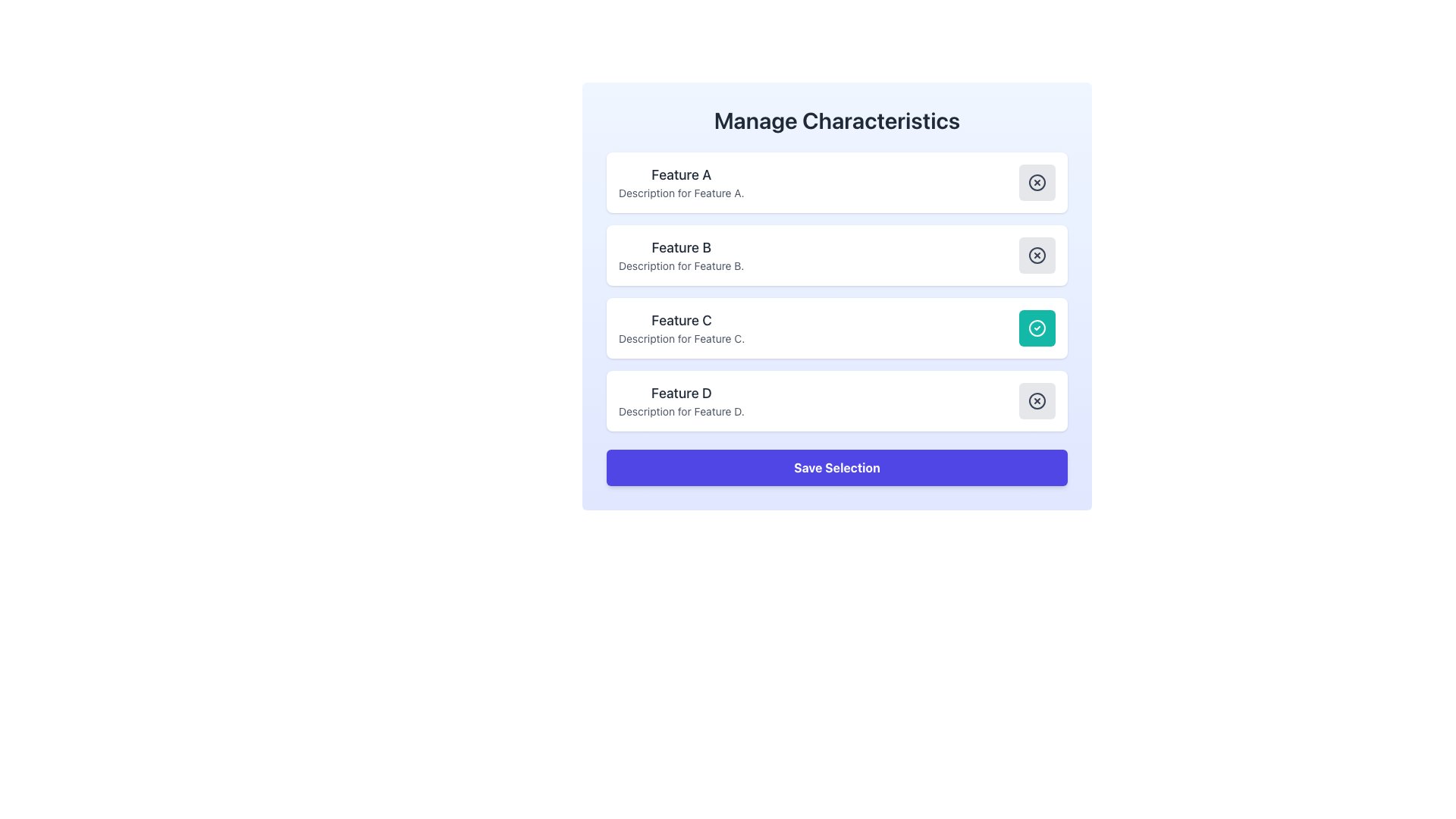 The image size is (1456, 819). What do you see at coordinates (836, 400) in the screenshot?
I see `the Interactive List Item displaying 'Feature D'` at bounding box center [836, 400].